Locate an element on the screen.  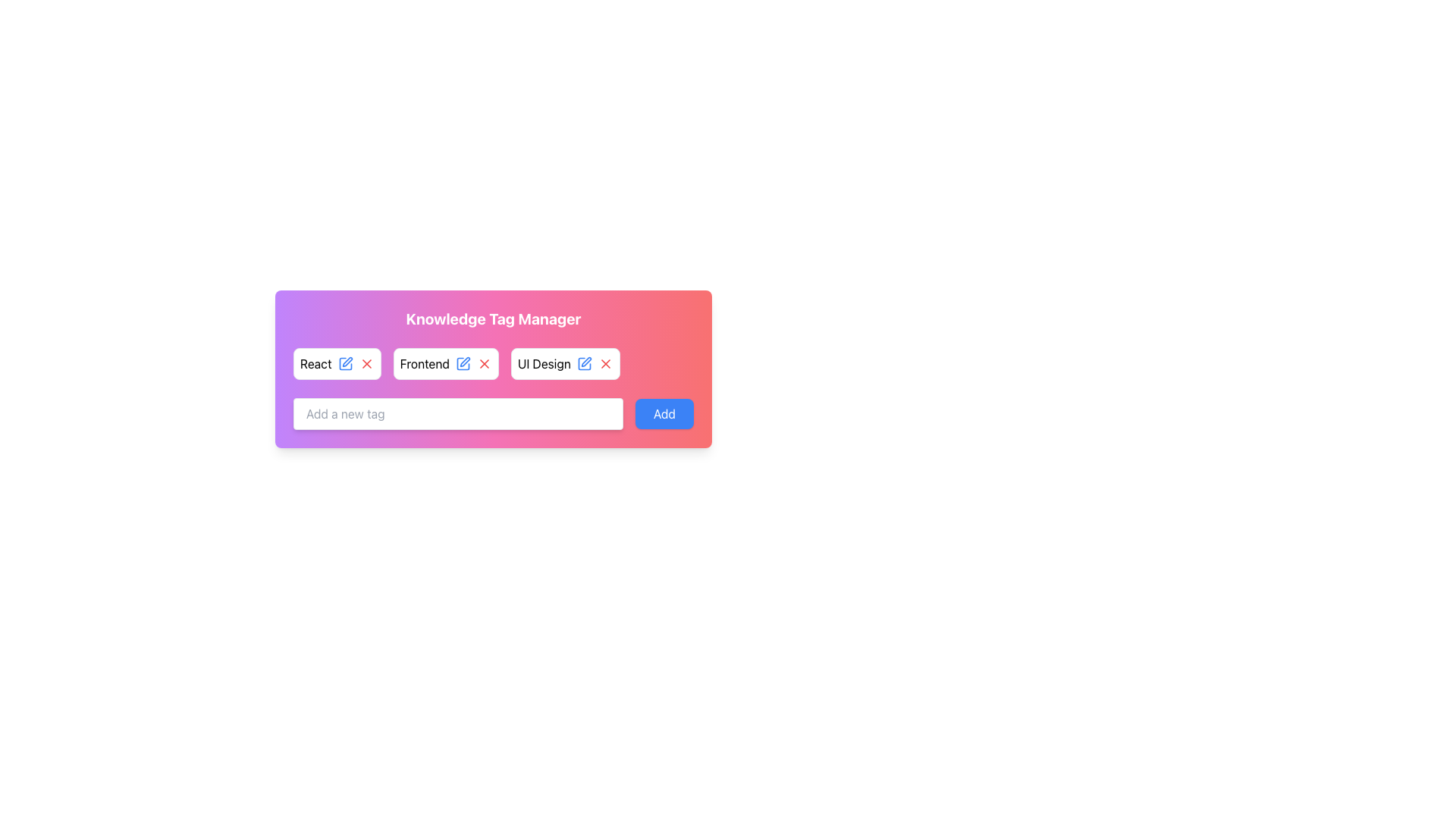
the close button icon located to the right of the 'Frontend' tag is located at coordinates (483, 363).